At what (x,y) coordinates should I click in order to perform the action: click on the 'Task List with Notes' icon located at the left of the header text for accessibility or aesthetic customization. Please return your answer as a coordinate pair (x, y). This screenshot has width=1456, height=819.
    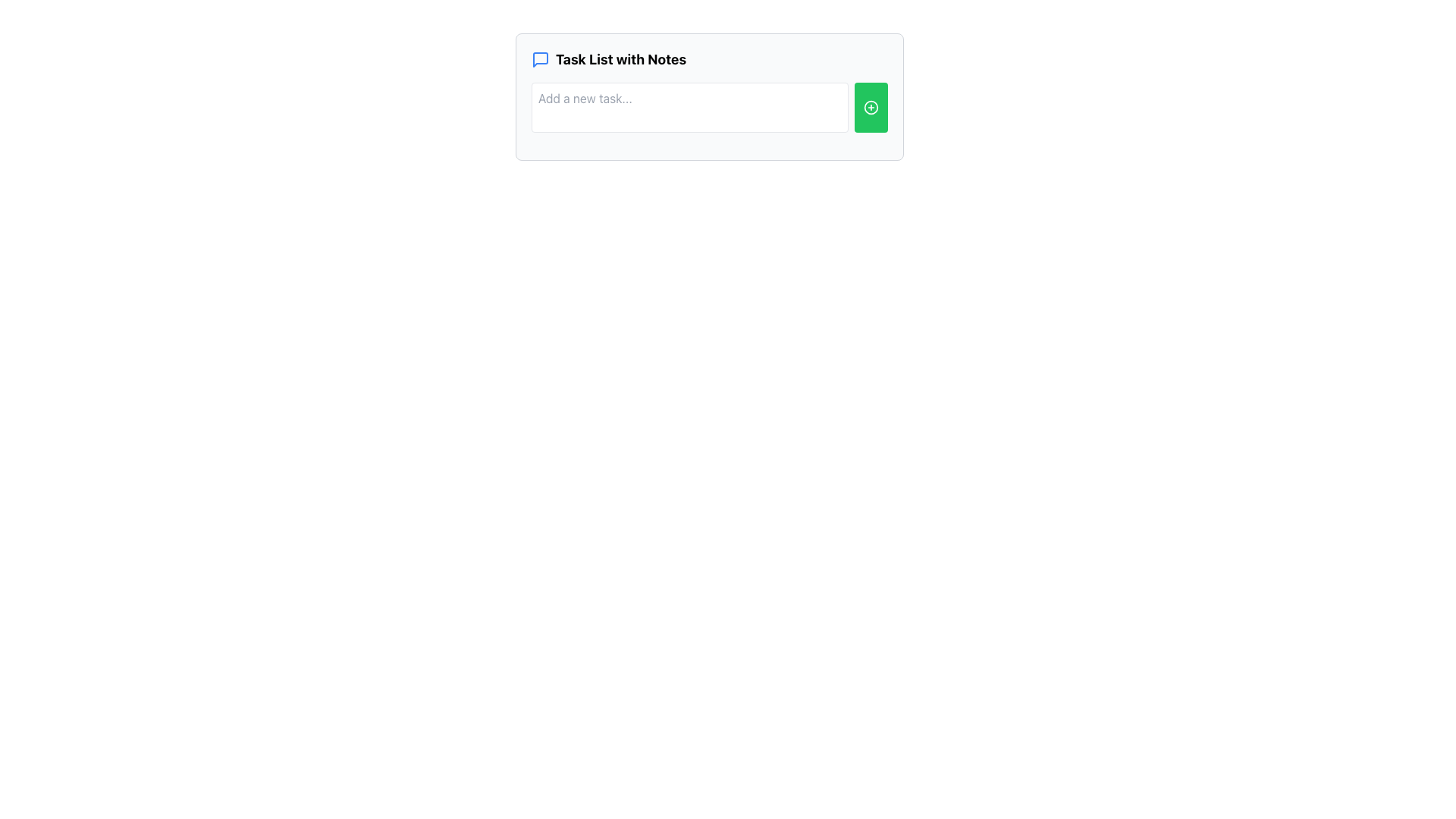
    Looking at the image, I should click on (541, 58).